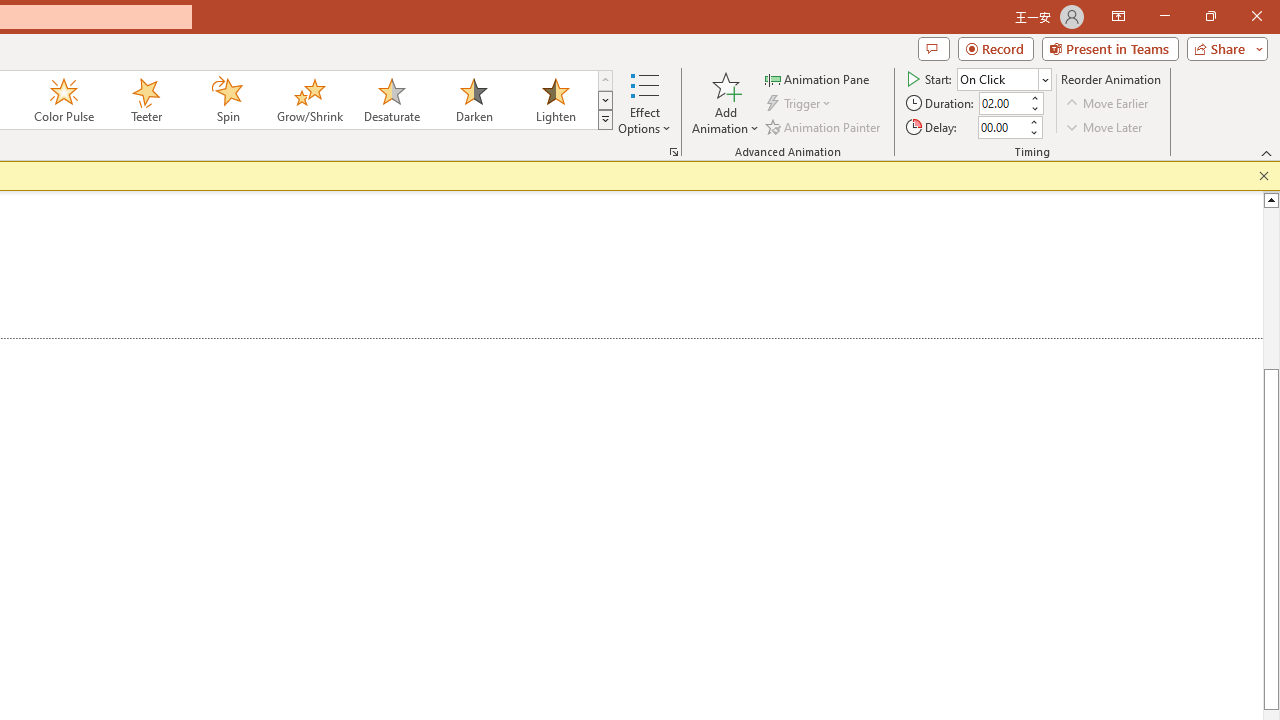 The height and width of the screenshot is (720, 1280). I want to click on 'Animation Duration', so click(1003, 103).